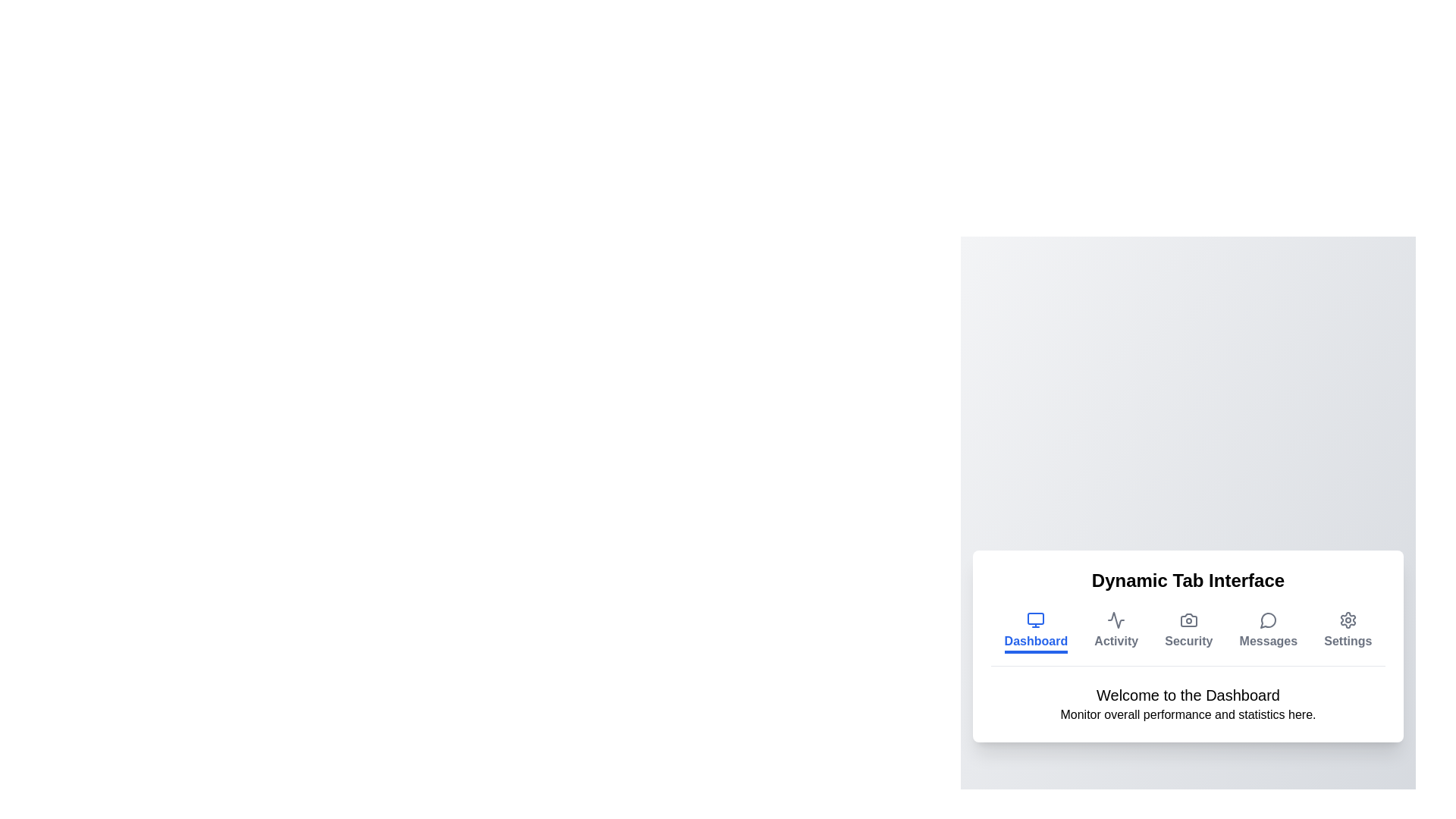 This screenshot has height=819, width=1456. Describe the element at coordinates (1035, 618) in the screenshot. I see `central rectangular component of the monitor icon in the navigation dashboard interface using developer tools` at that location.